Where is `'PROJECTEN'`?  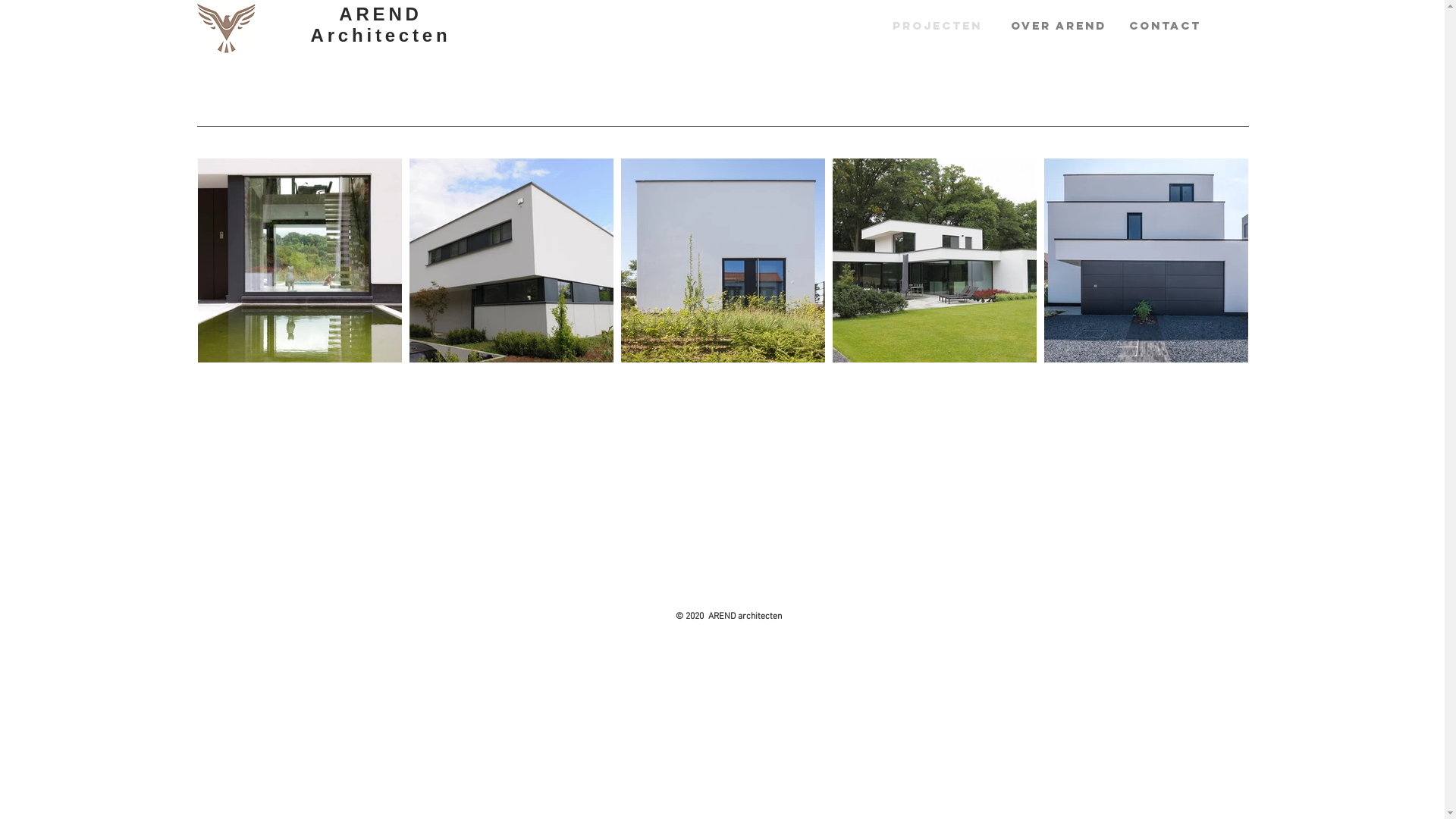 'PROJECTEN' is located at coordinates (939, 25).